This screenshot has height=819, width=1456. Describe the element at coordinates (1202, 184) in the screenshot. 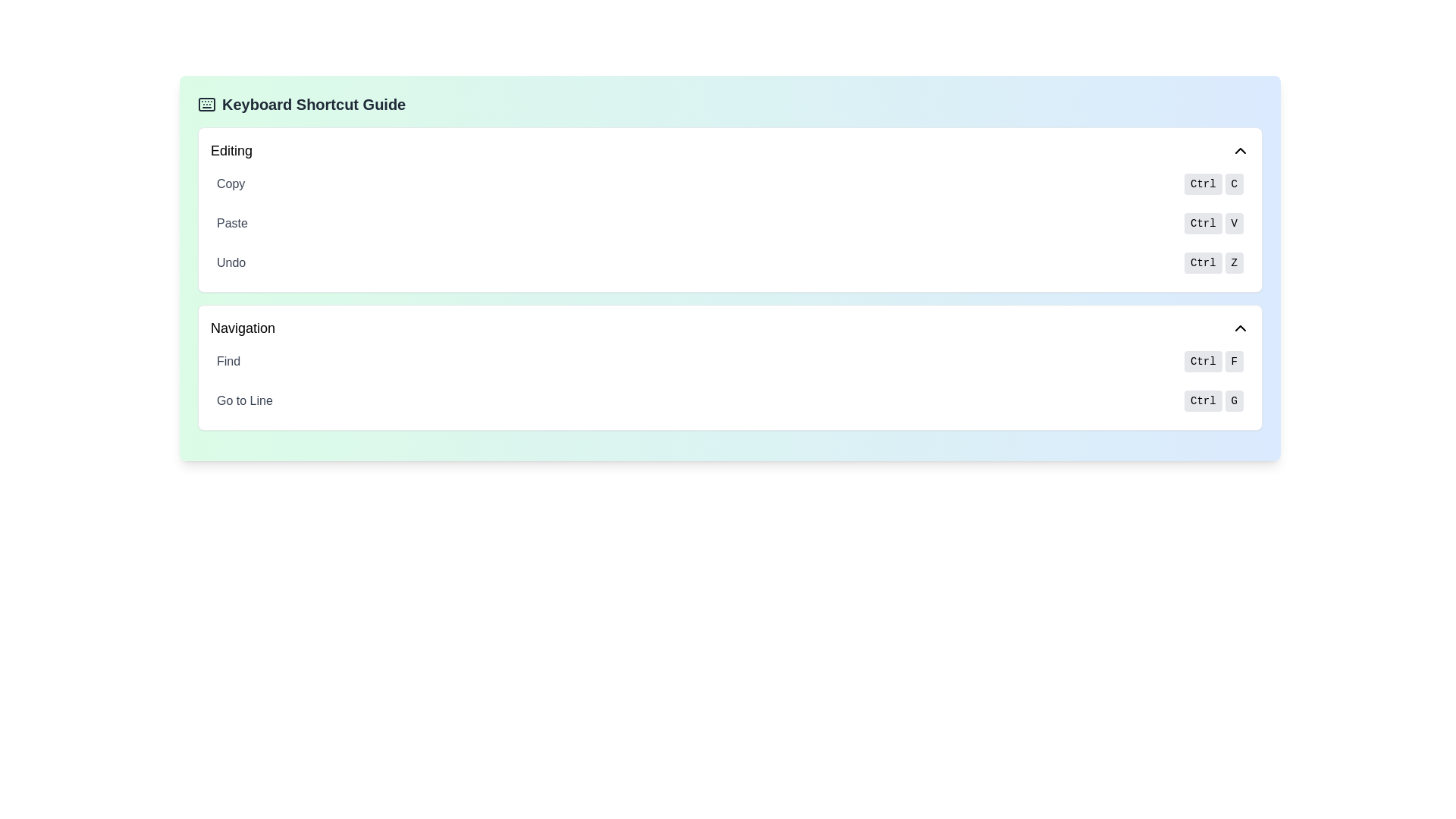

I see `the 'Ctrl' keyboard shortcut label located to the right of the 'Copy' instruction in the Keyboard Shortcut Guide section` at that location.